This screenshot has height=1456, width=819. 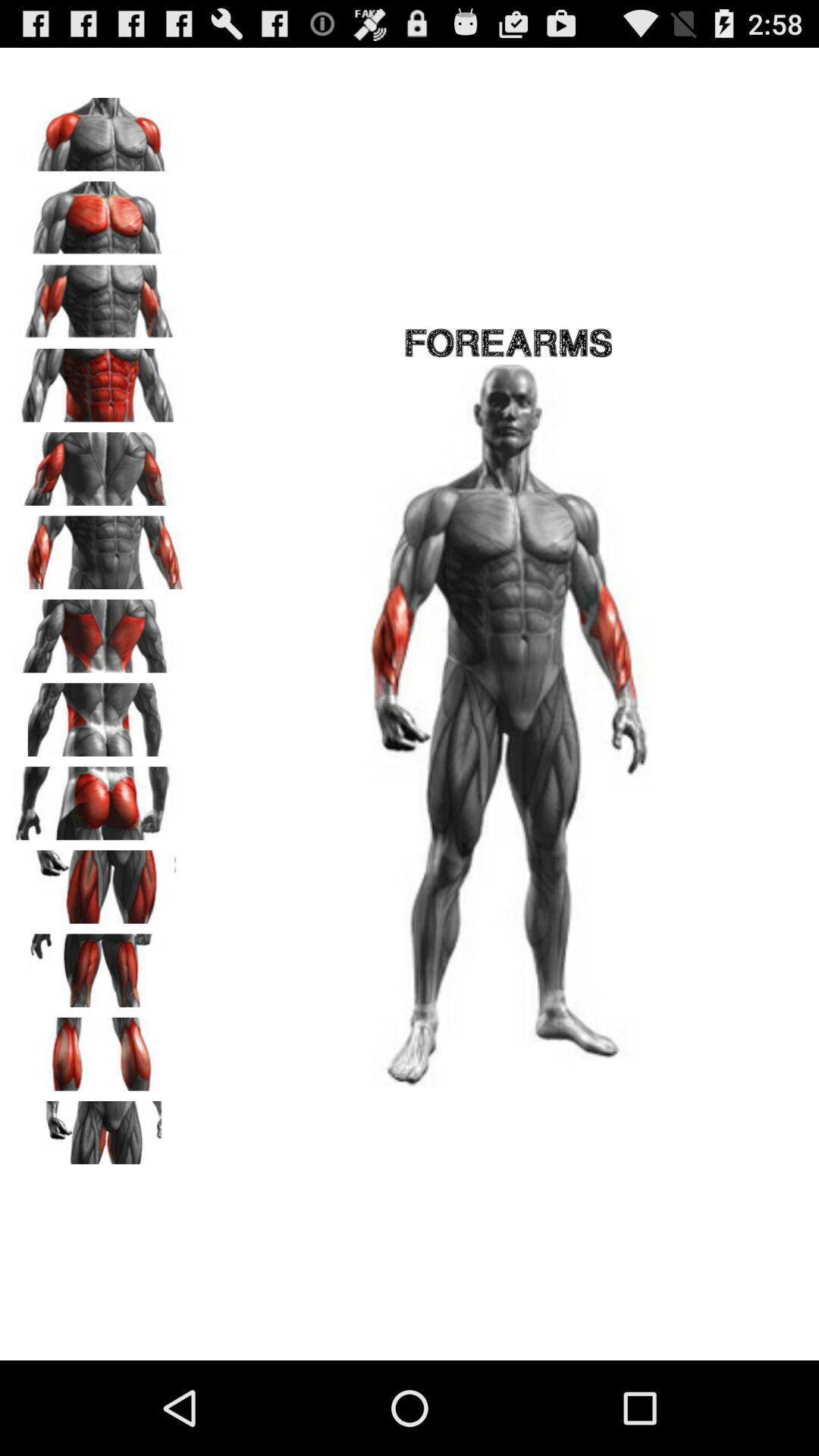 I want to click on body part, so click(x=99, y=546).